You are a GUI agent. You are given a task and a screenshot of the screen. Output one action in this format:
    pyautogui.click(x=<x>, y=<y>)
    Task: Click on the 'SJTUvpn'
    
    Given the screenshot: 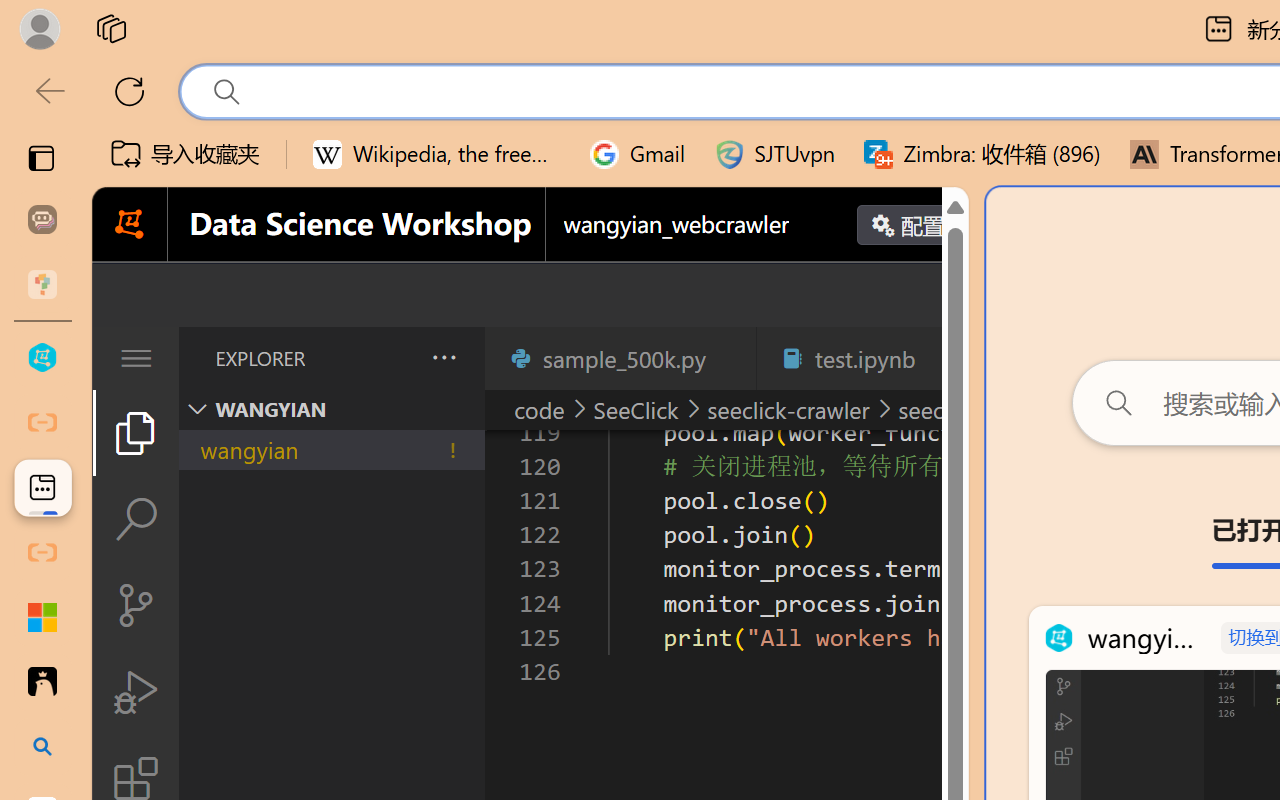 What is the action you would take?
    pyautogui.click(x=773, y=154)
    